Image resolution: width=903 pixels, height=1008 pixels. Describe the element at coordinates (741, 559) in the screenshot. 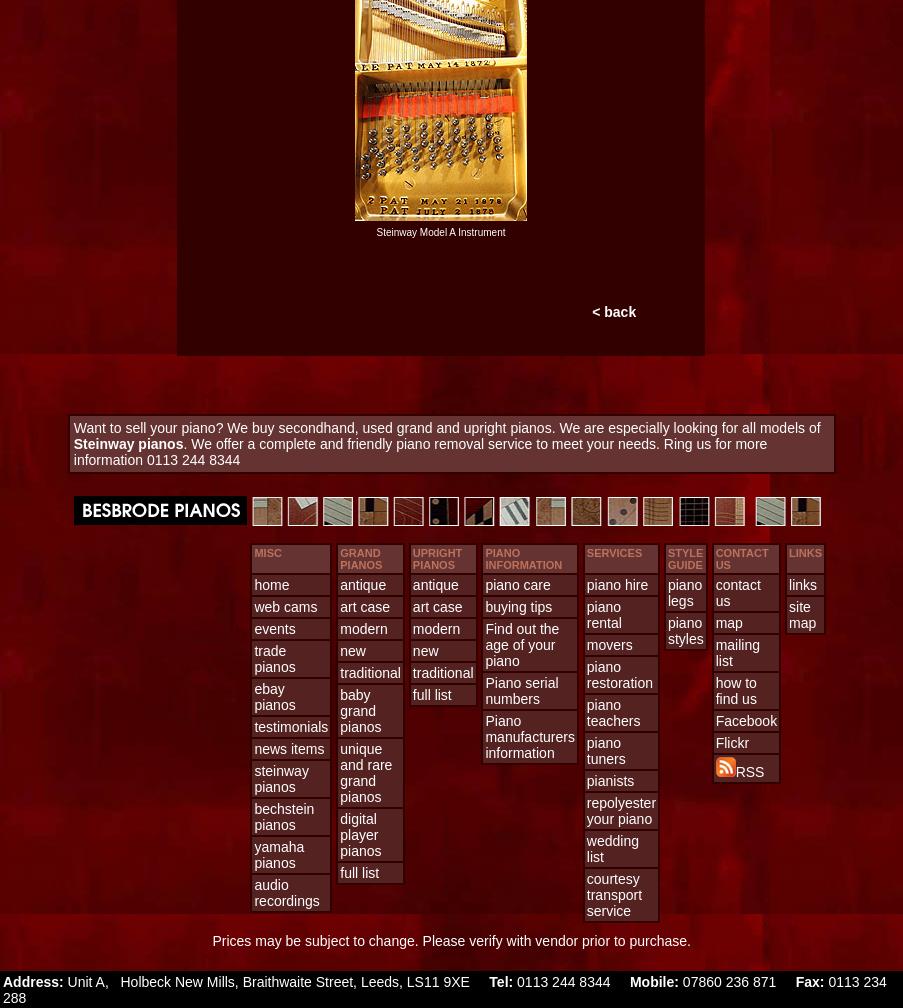

I see `'CONTACT US'` at that location.